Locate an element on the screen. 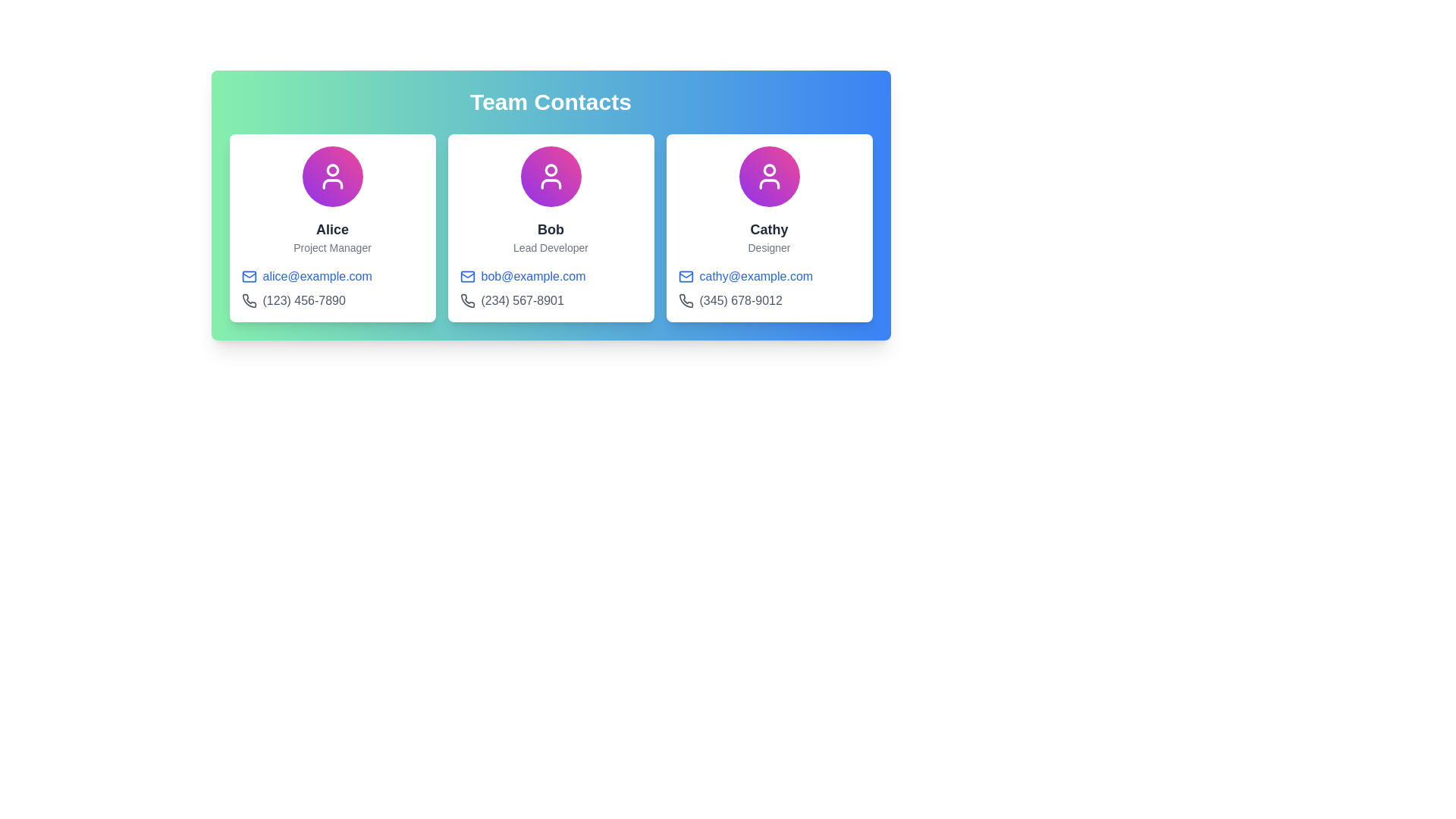 The image size is (1456, 819). the text label that identifies Bob's role as 'Lead Developer', located below the name 'Bob' and above the email address 'bob@example.com' is located at coordinates (550, 247).